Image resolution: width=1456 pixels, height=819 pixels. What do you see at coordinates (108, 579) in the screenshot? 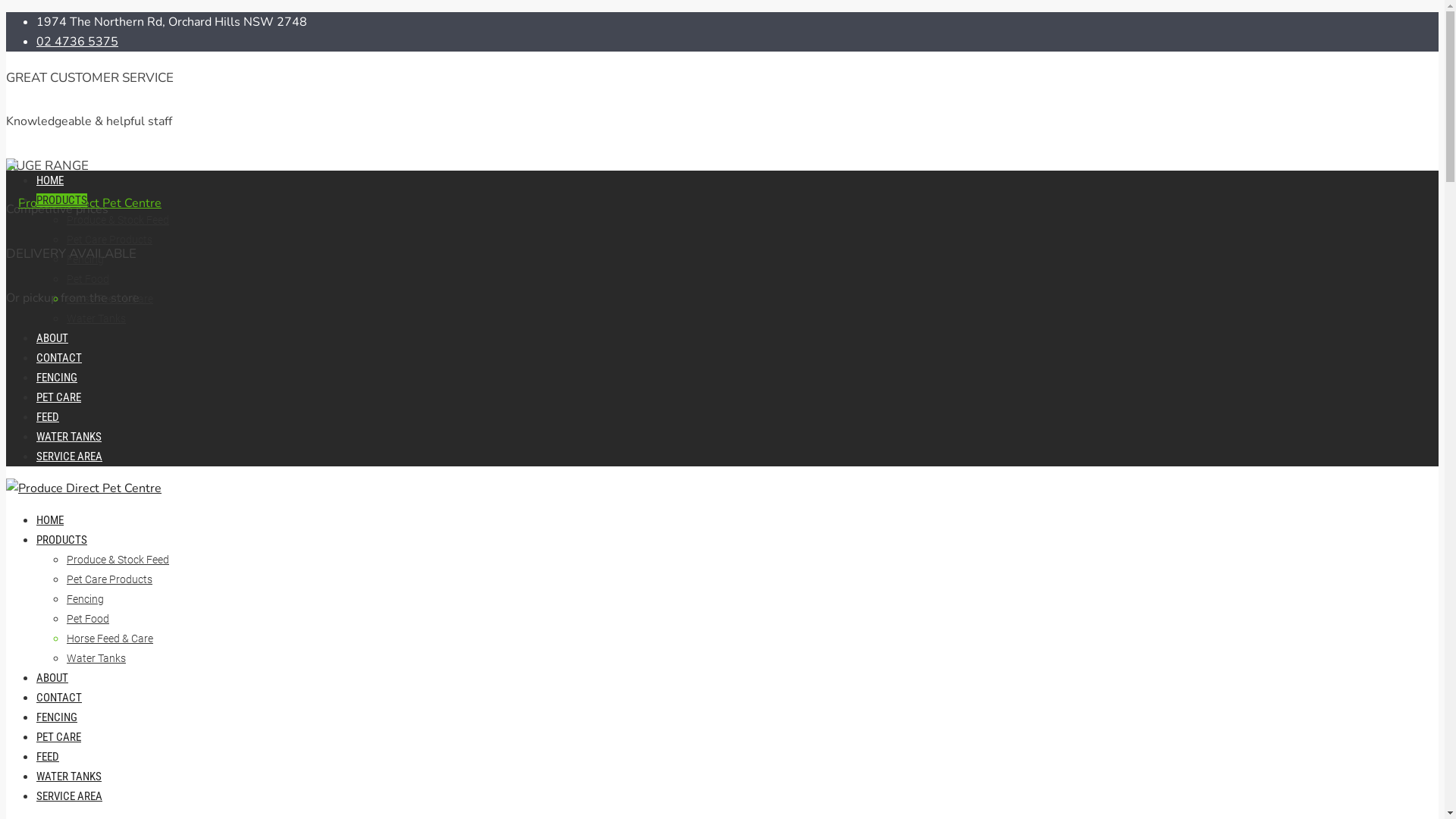
I see `'Pet Care Products'` at bounding box center [108, 579].